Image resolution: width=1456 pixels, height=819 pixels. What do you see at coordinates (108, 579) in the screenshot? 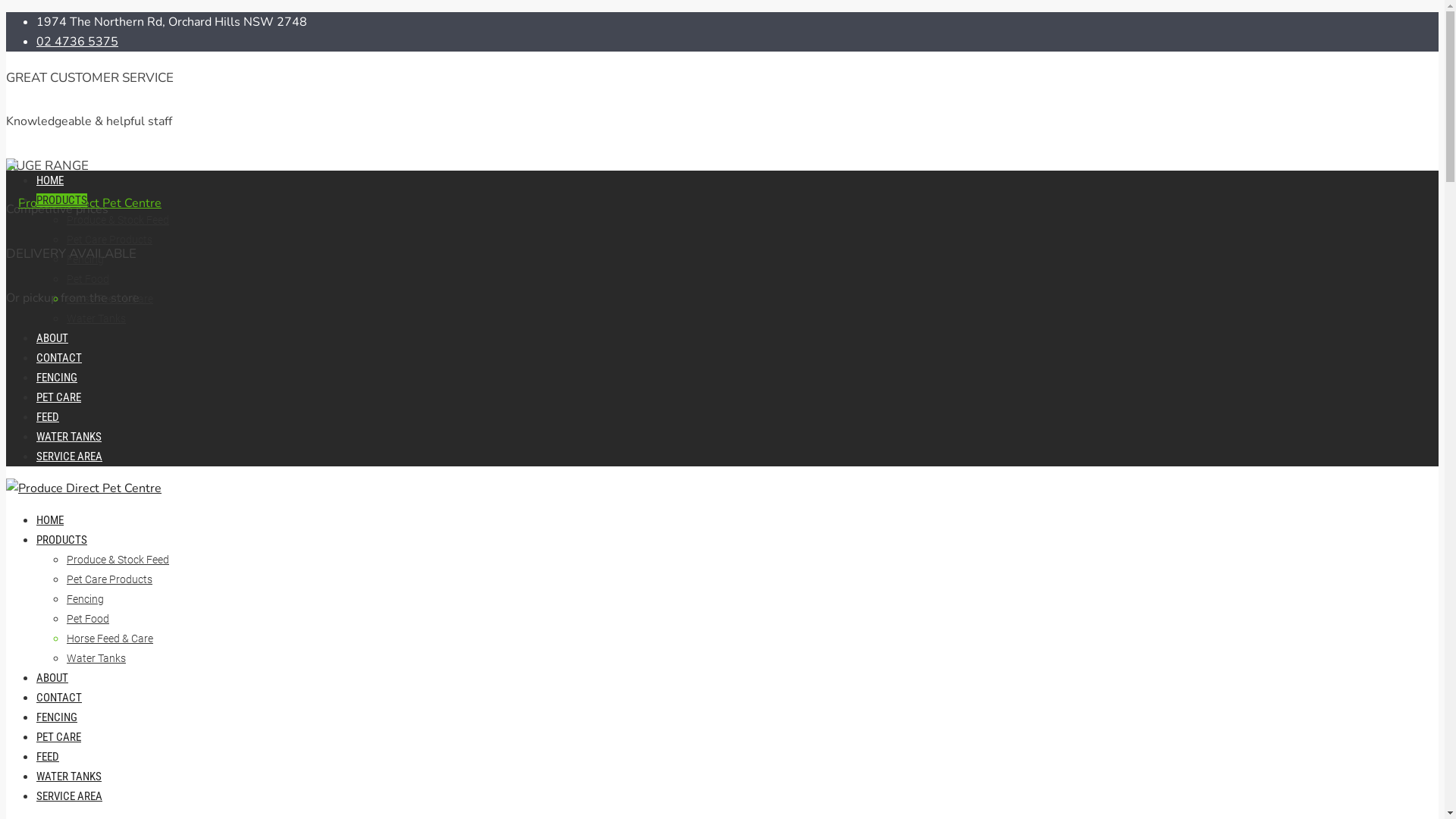
I see `'Pet Care Products'` at bounding box center [108, 579].